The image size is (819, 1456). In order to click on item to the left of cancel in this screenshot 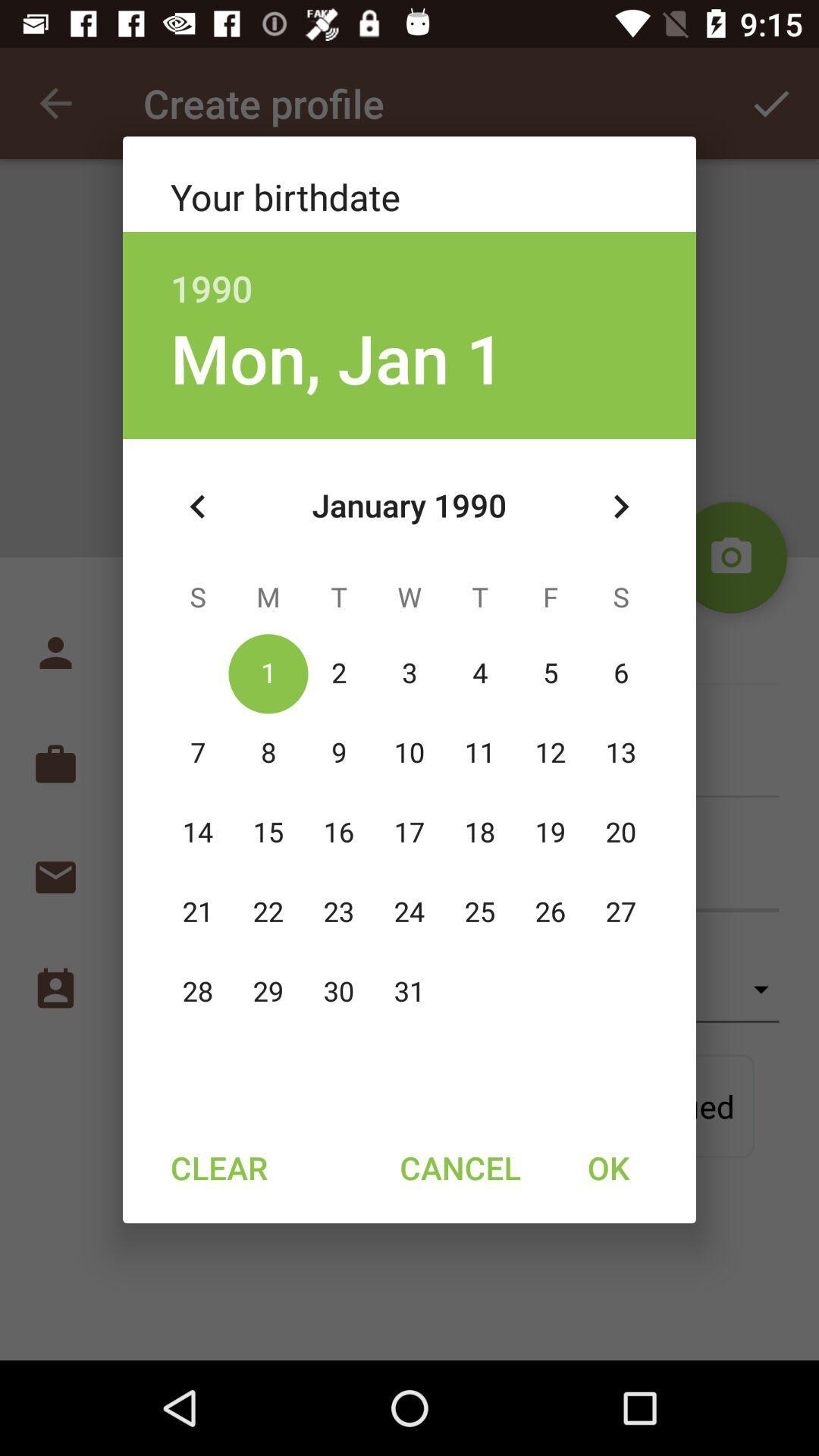, I will do `click(219, 1166)`.